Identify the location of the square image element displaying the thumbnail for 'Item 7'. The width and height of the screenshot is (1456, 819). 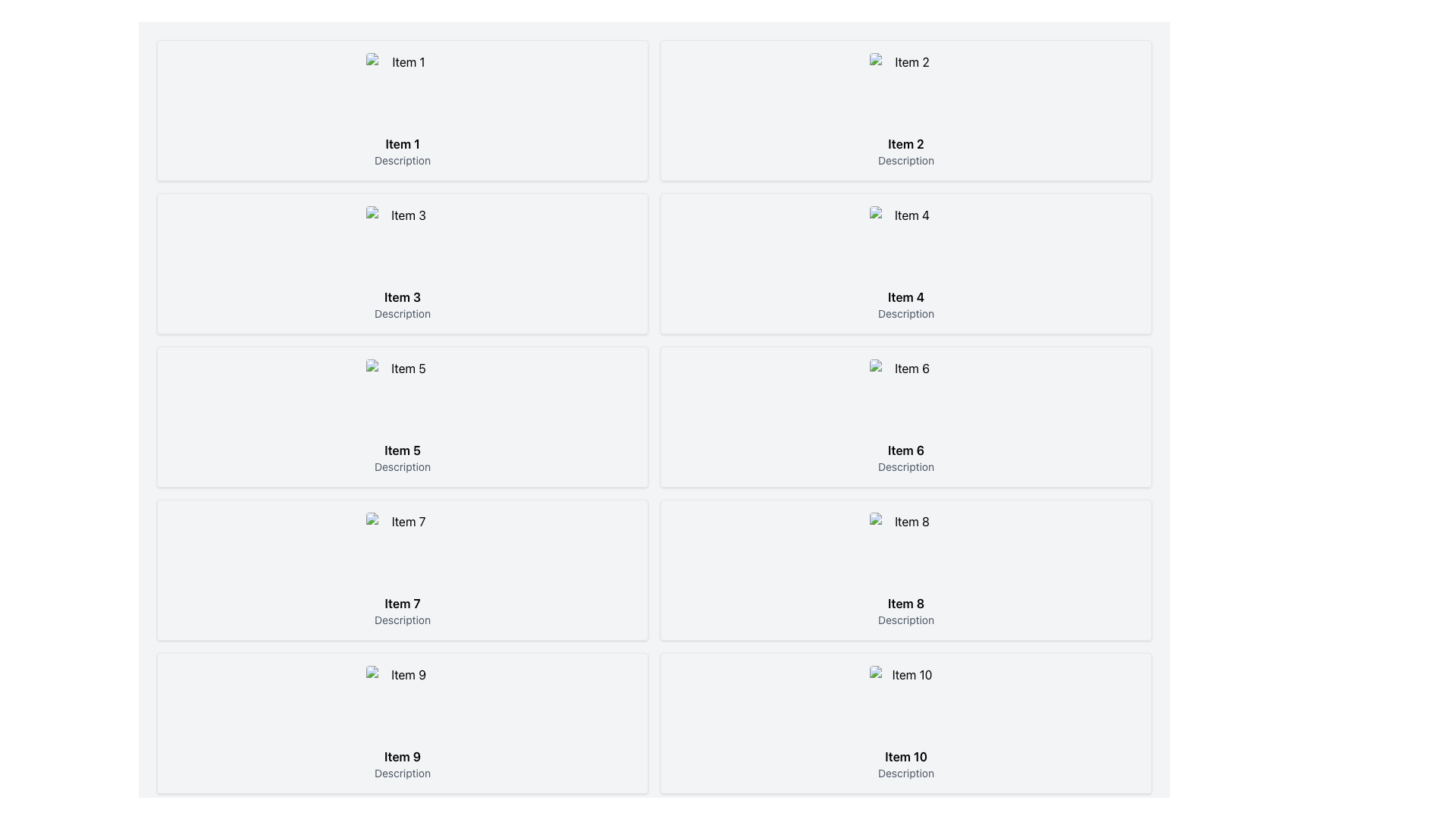
(403, 549).